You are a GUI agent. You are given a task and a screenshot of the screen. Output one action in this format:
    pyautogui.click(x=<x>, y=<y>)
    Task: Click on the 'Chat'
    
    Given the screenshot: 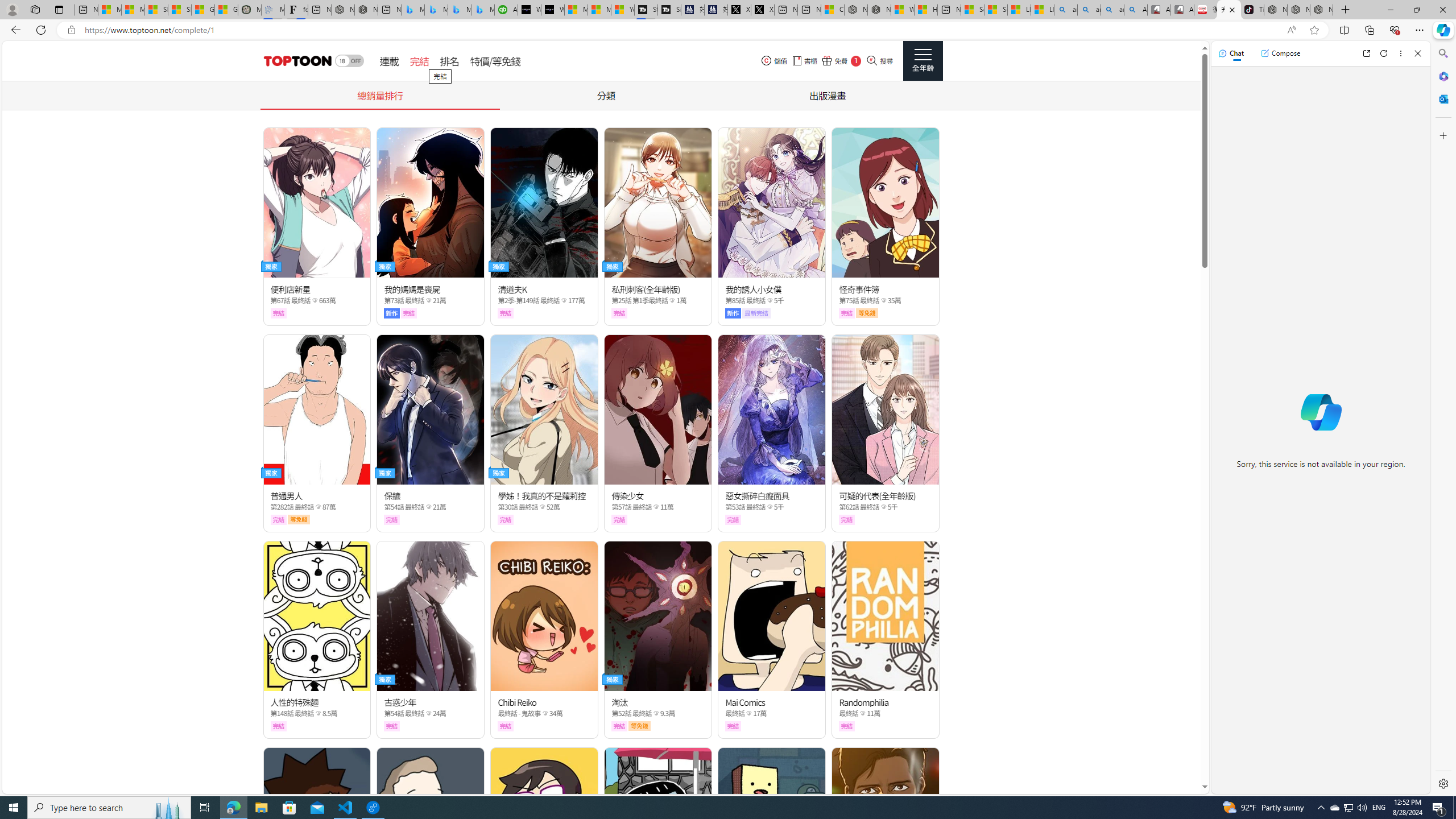 What is the action you would take?
    pyautogui.click(x=1231, y=52)
    